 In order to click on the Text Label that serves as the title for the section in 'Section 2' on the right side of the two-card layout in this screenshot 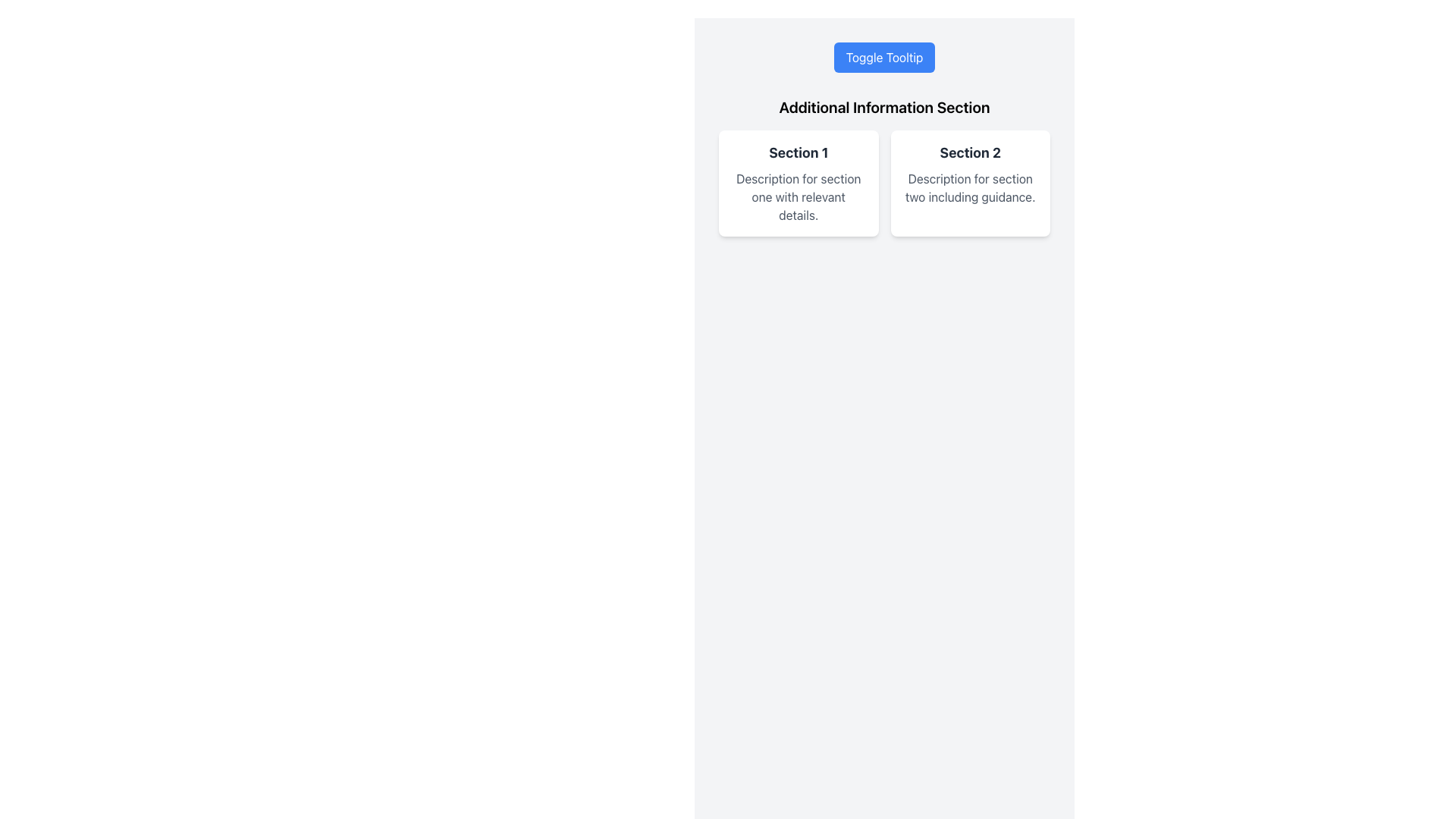, I will do `click(969, 152)`.